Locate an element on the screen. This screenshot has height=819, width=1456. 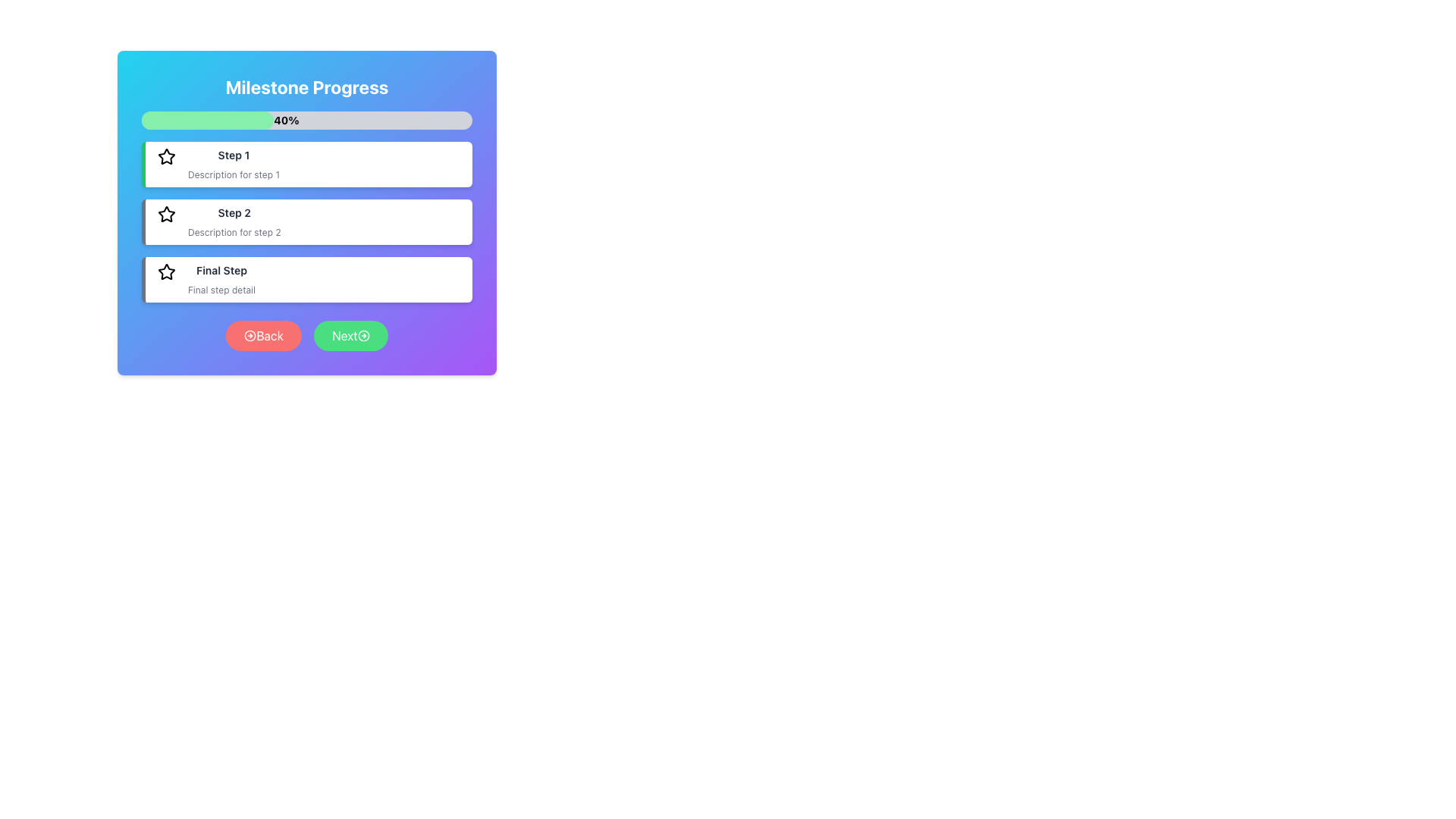
the text label displaying '40%' which is styled in bold black font and is positioned at the 40% mark of the progress bar is located at coordinates (287, 119).